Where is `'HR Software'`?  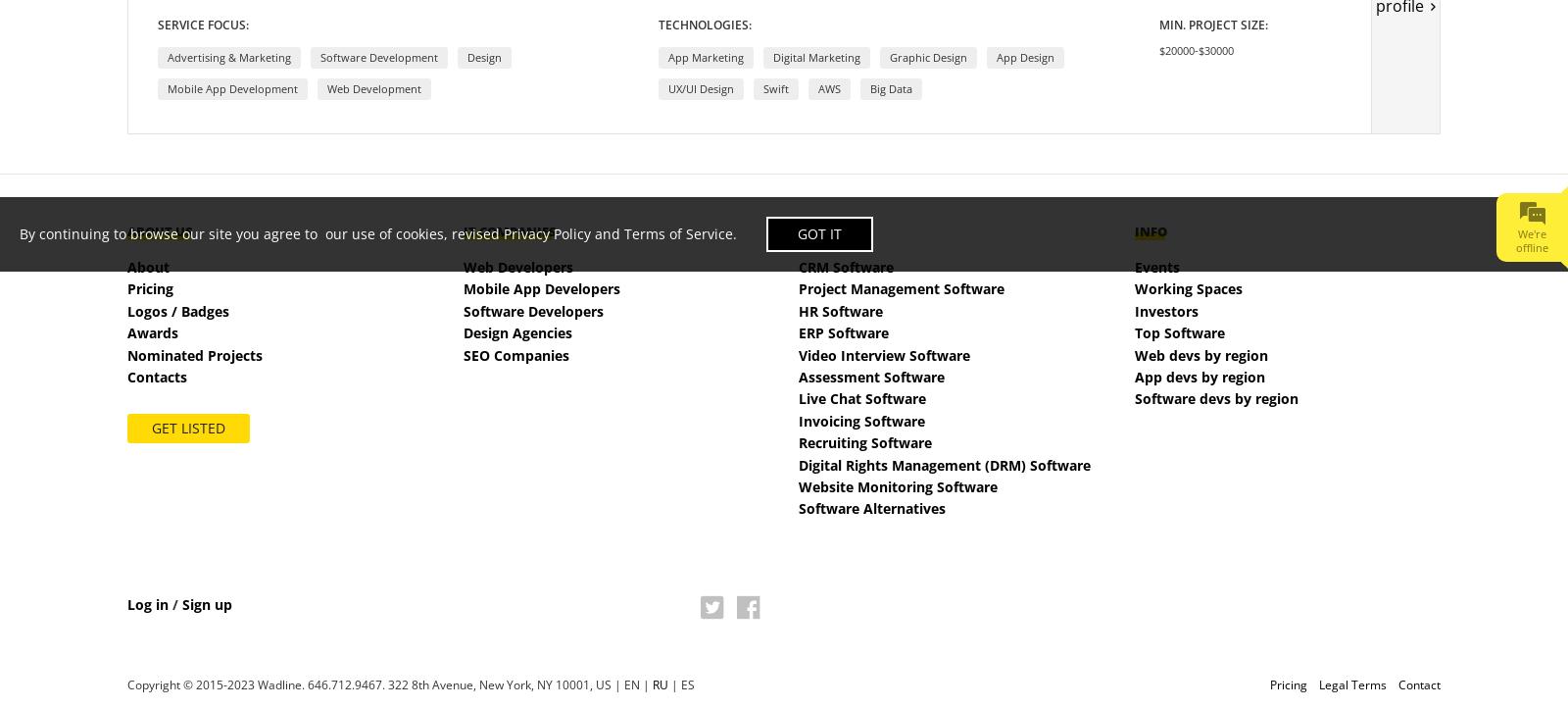
'HR Software' is located at coordinates (840, 310).